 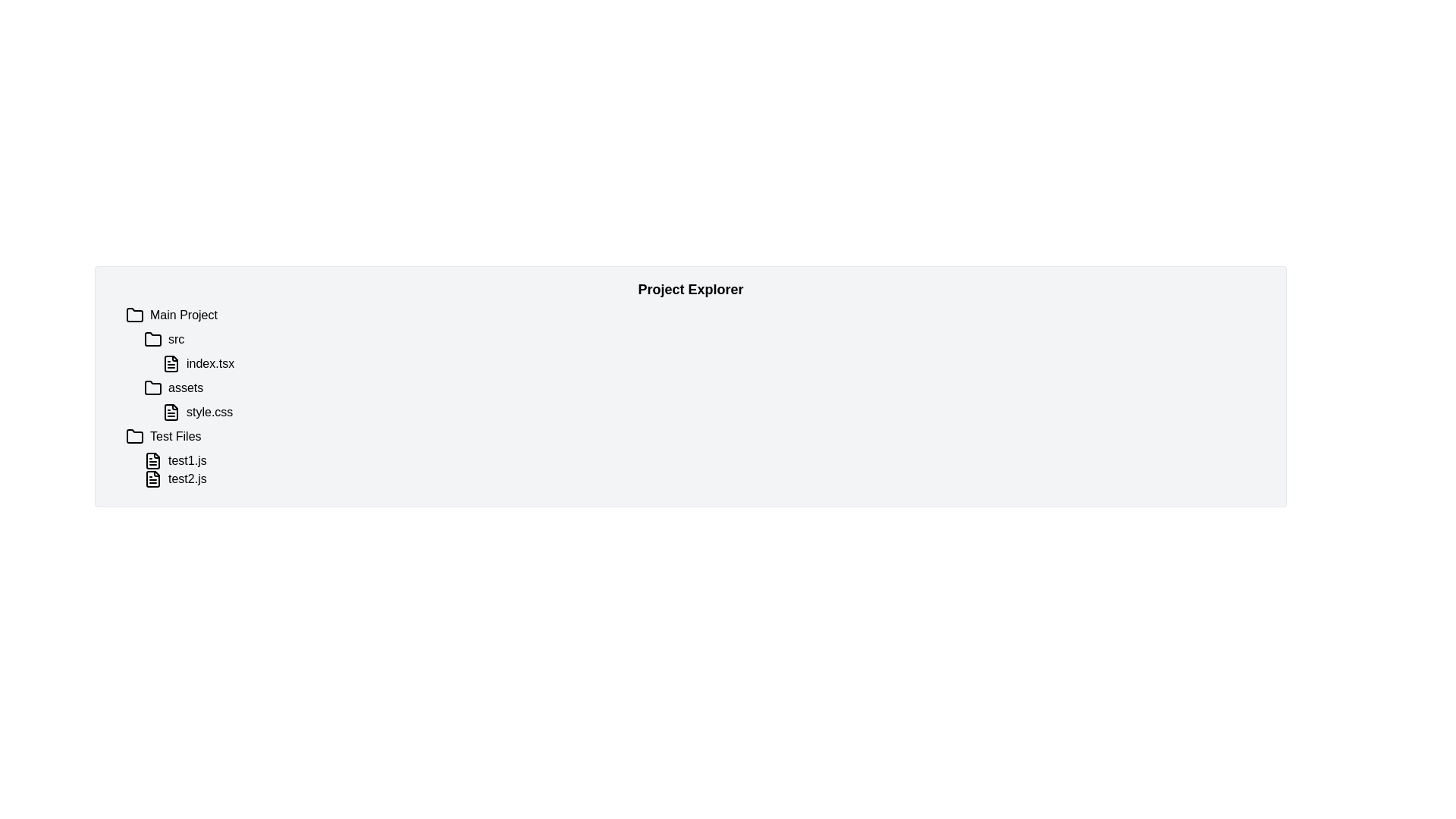 I want to click on the black folder icon located to the left of the 'Main Project' label, so click(x=134, y=314).